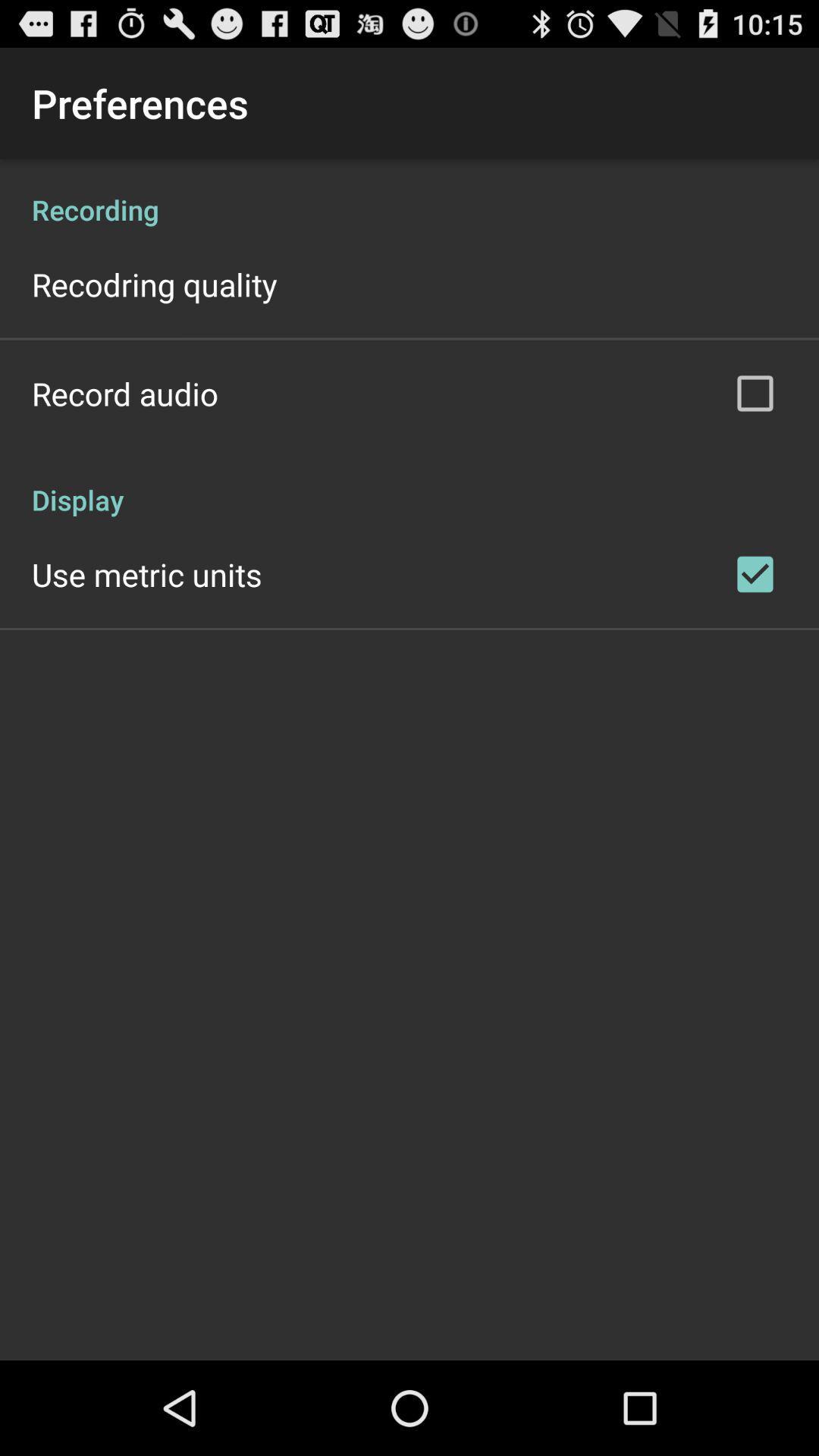 The height and width of the screenshot is (1456, 819). Describe the element at coordinates (155, 284) in the screenshot. I see `recodring quality app` at that location.